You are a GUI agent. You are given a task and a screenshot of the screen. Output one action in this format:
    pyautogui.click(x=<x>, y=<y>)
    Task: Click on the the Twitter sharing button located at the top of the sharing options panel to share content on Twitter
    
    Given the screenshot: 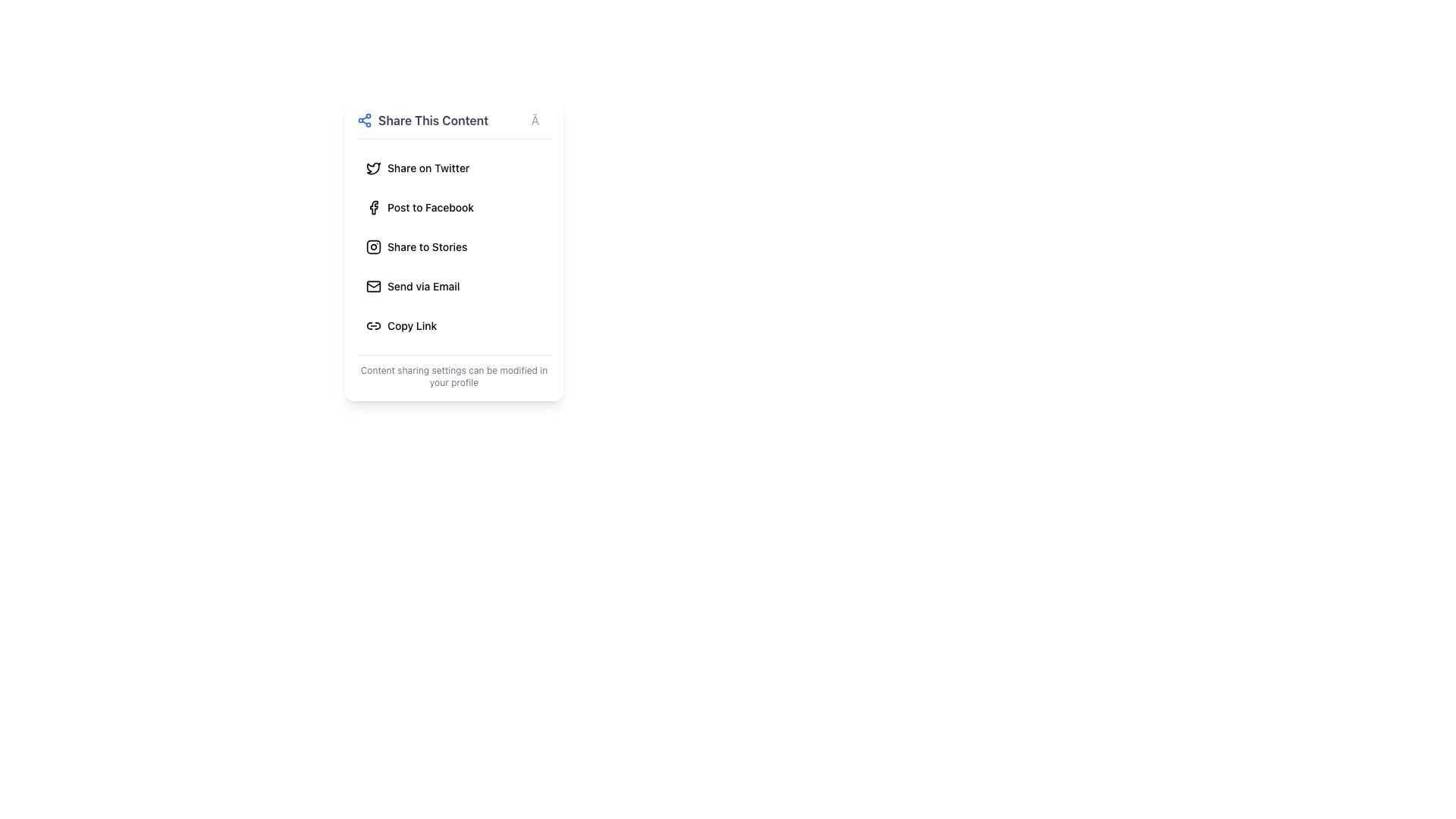 What is the action you would take?
    pyautogui.click(x=453, y=168)
    